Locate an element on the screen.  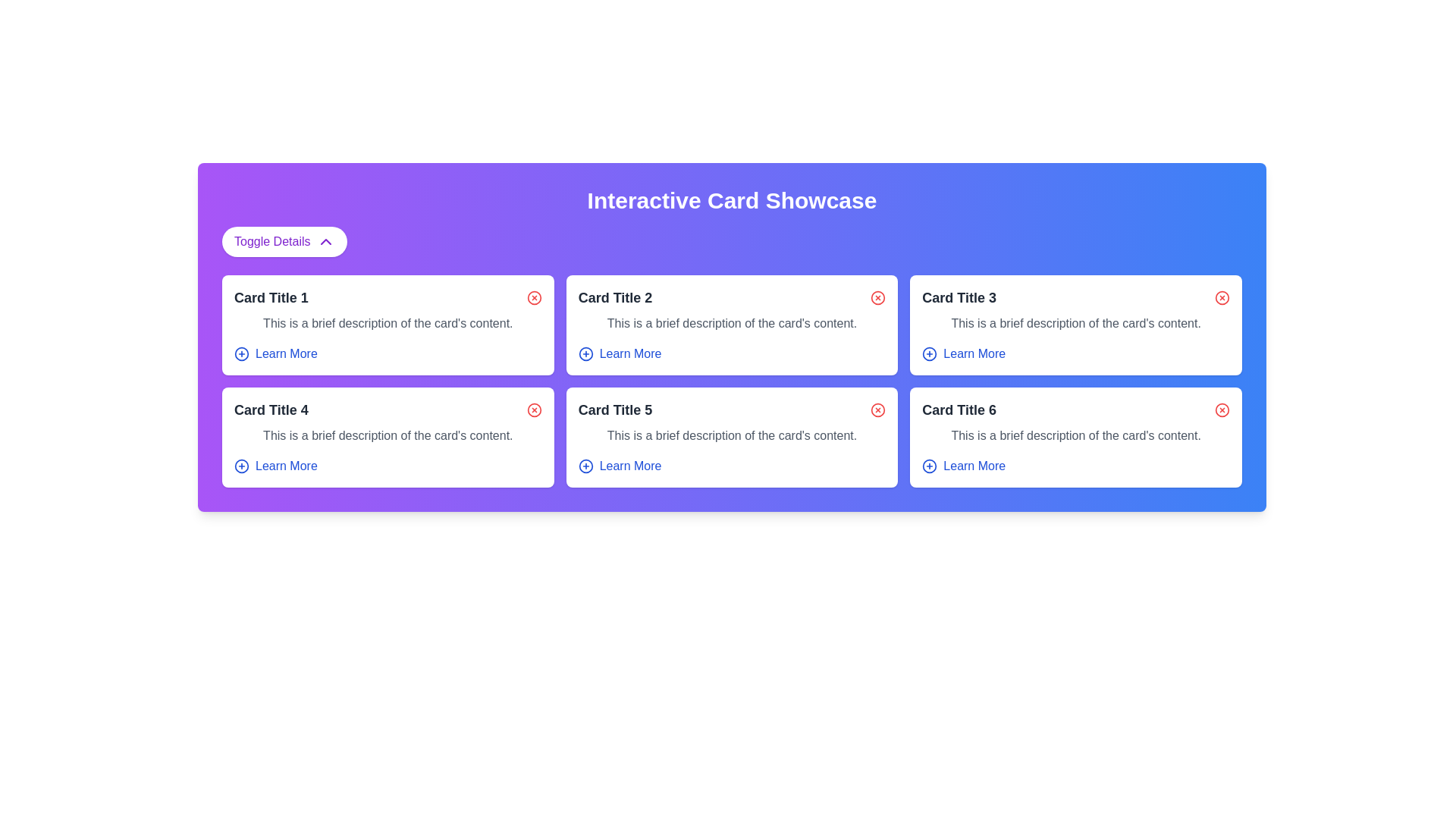
the Close or delete icon located in the top-right corner of the card labeled 'Card Title 3' to observe any hover effects is located at coordinates (1222, 298).